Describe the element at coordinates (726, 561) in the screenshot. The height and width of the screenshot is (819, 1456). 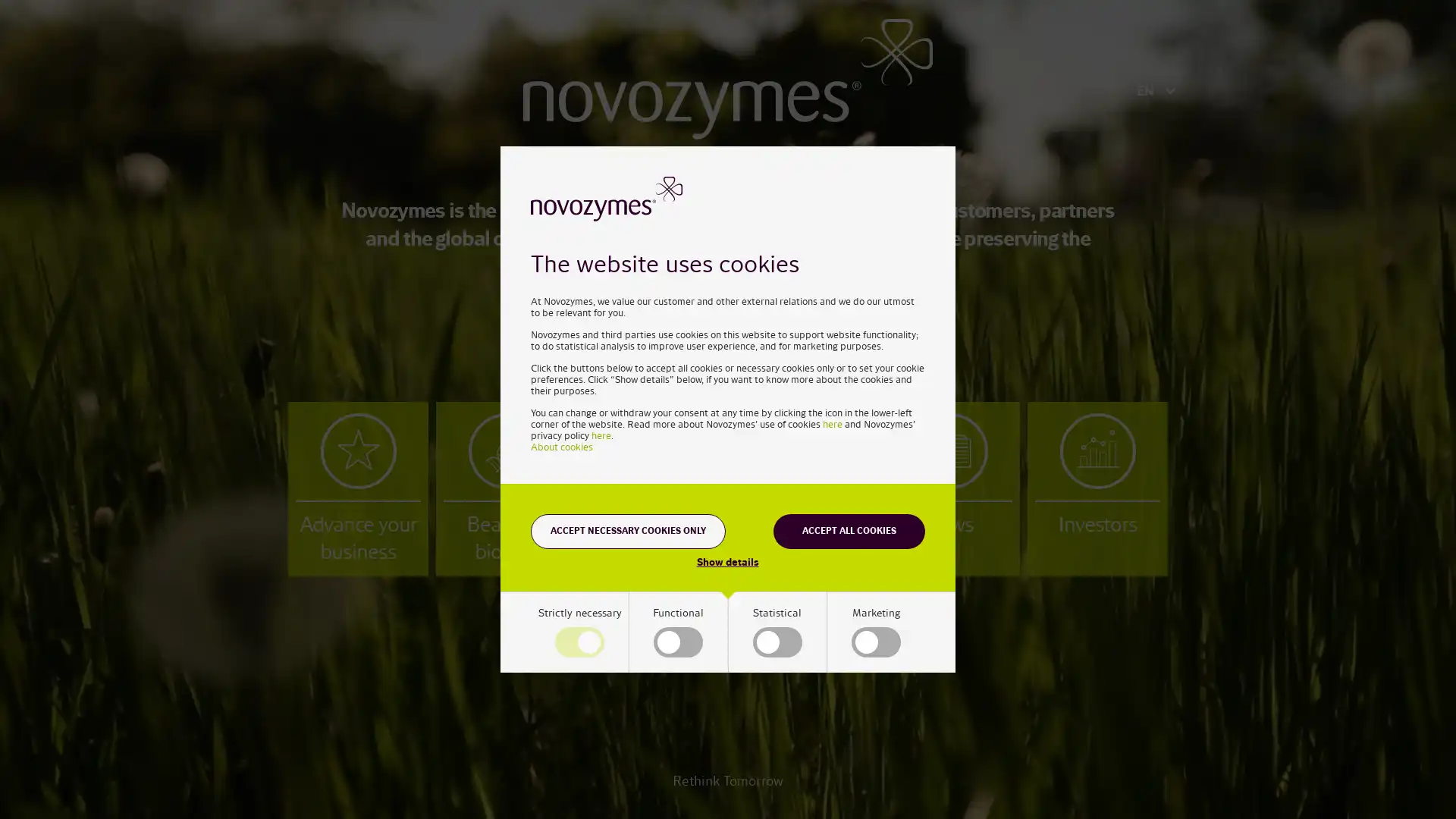
I see `Show details` at that location.